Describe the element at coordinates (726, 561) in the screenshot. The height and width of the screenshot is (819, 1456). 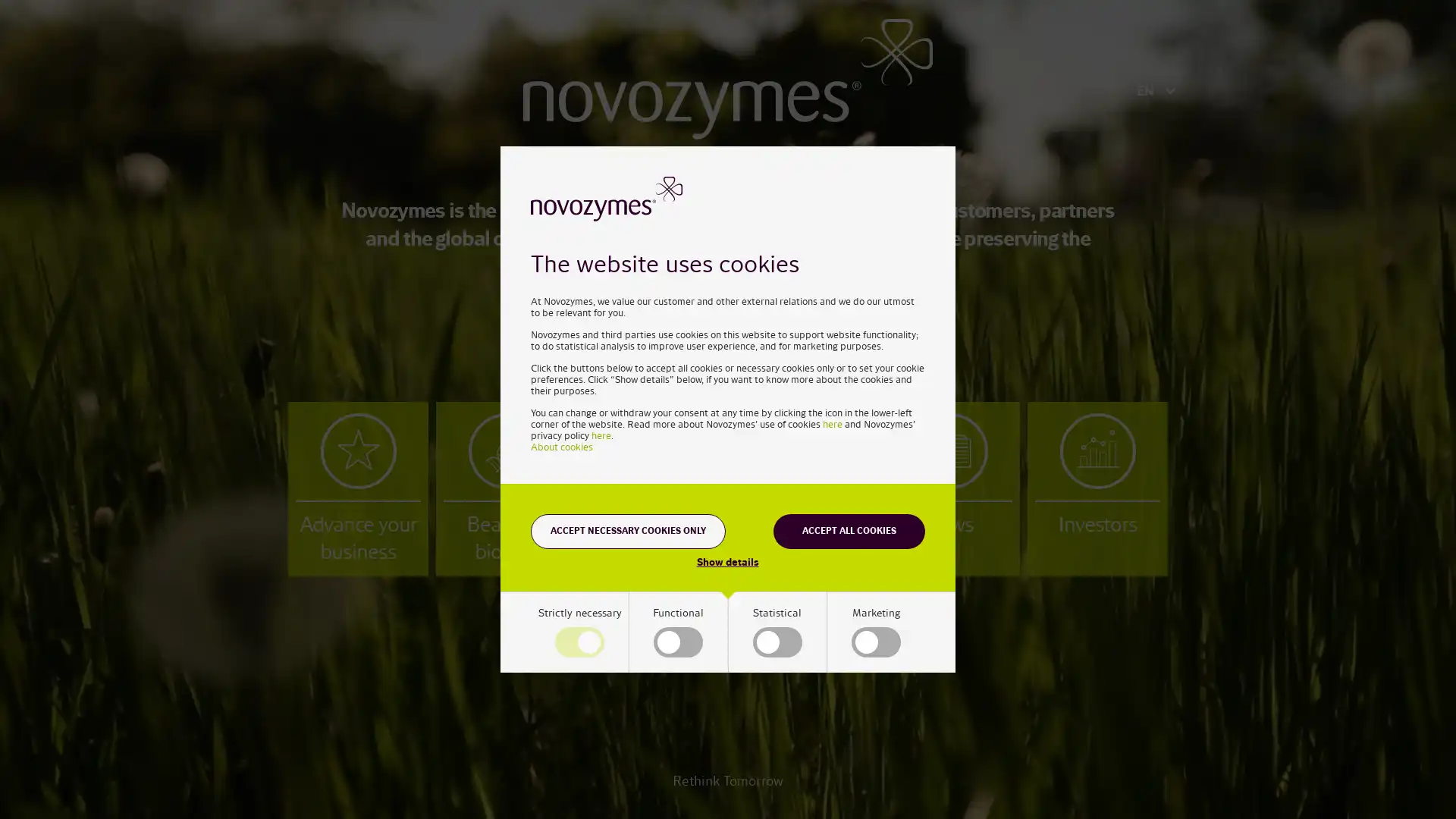
I see `Show details` at that location.